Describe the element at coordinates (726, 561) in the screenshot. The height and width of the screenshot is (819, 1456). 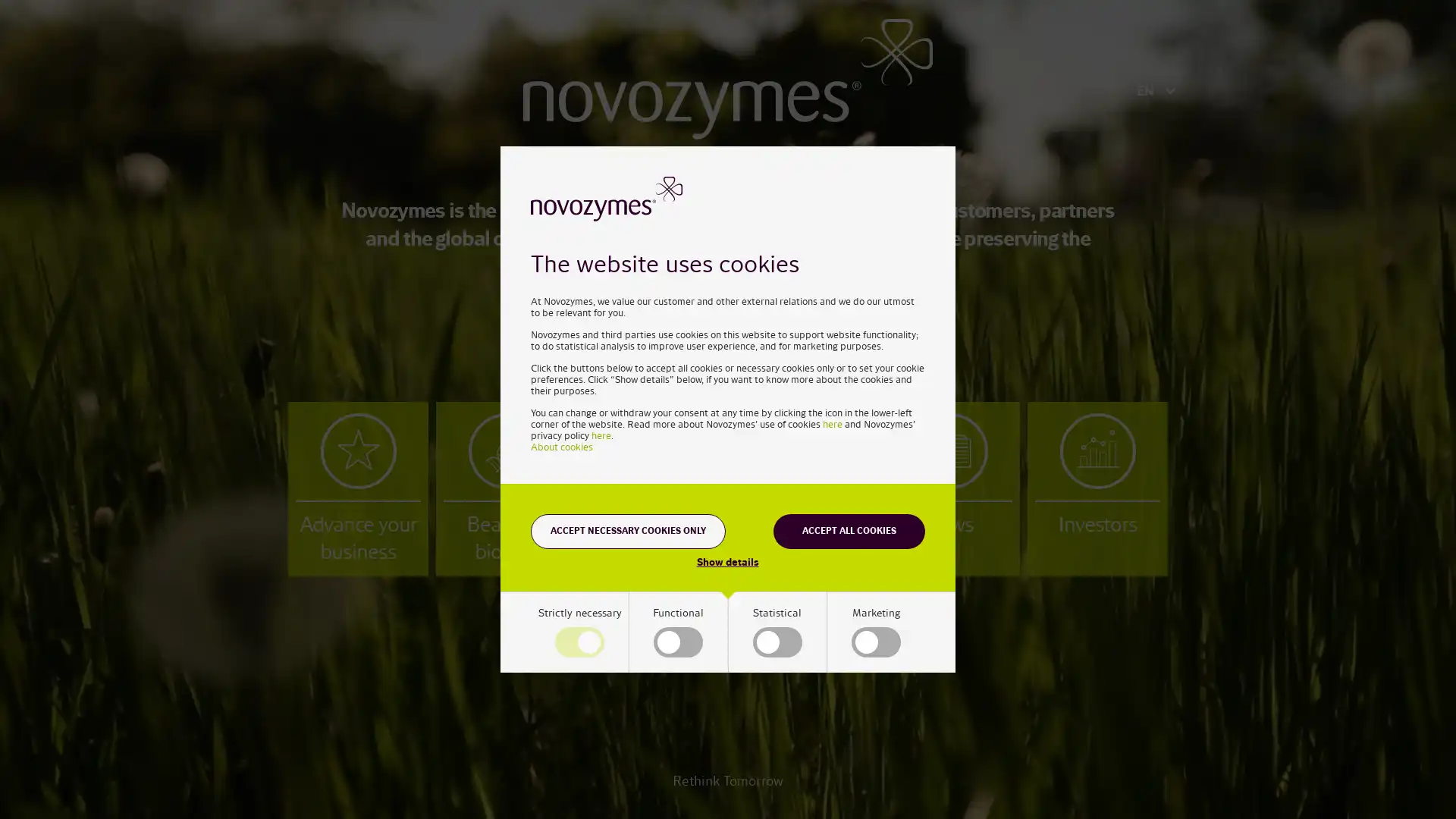
I see `Show details` at that location.